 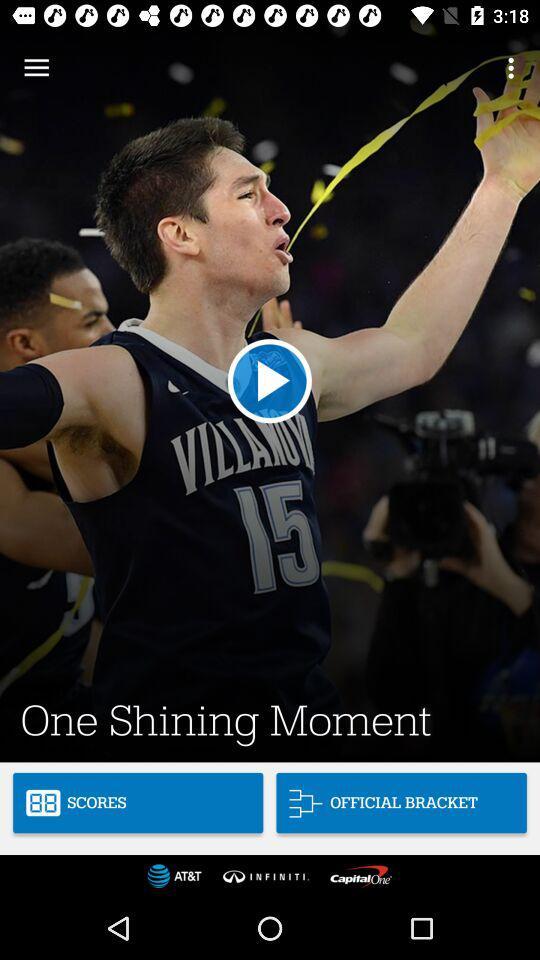 I want to click on the item to the left of official bracket icon, so click(x=137, y=803).